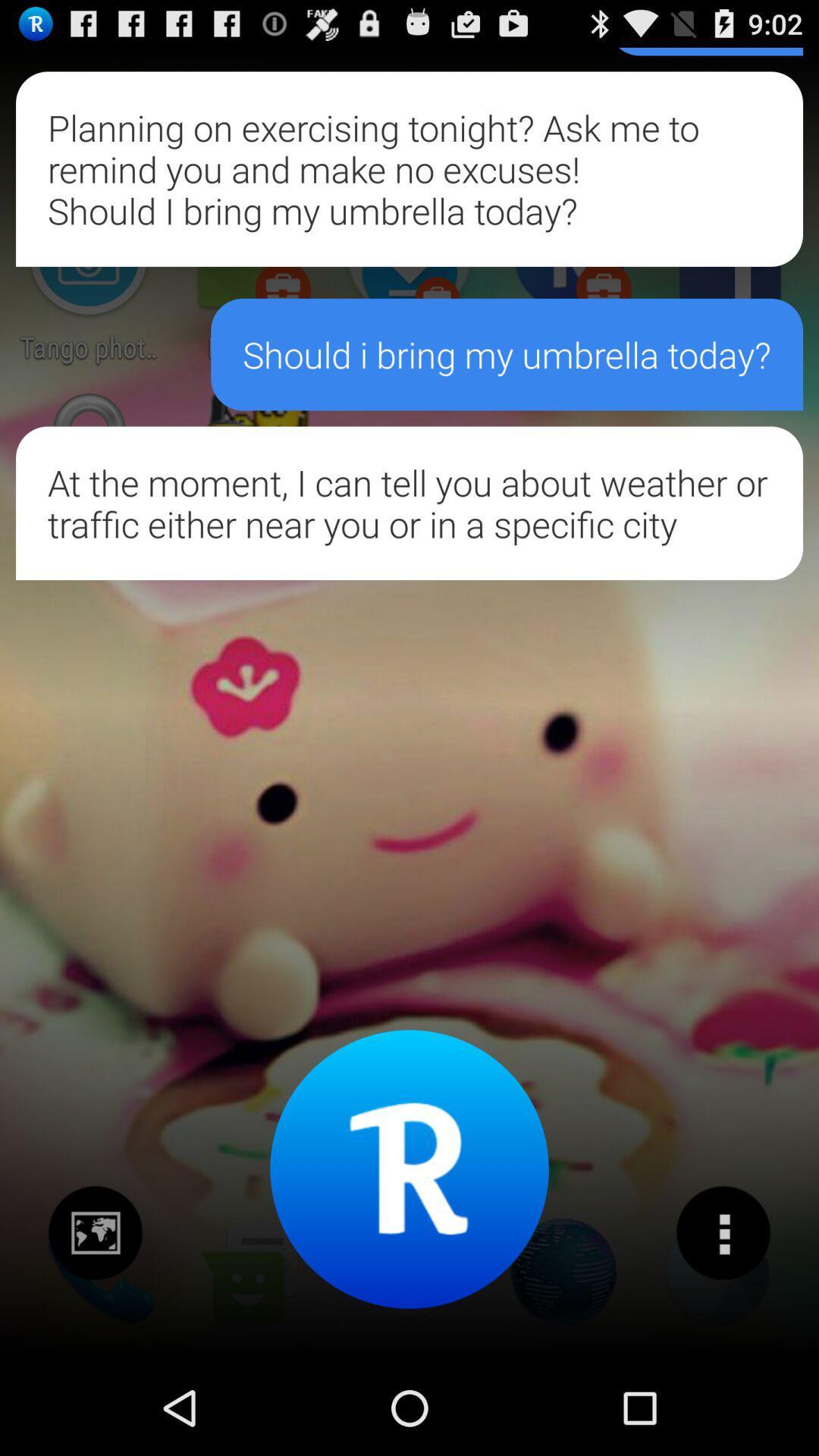 This screenshot has height=1456, width=819. What do you see at coordinates (96, 1233) in the screenshot?
I see `navigate` at bounding box center [96, 1233].